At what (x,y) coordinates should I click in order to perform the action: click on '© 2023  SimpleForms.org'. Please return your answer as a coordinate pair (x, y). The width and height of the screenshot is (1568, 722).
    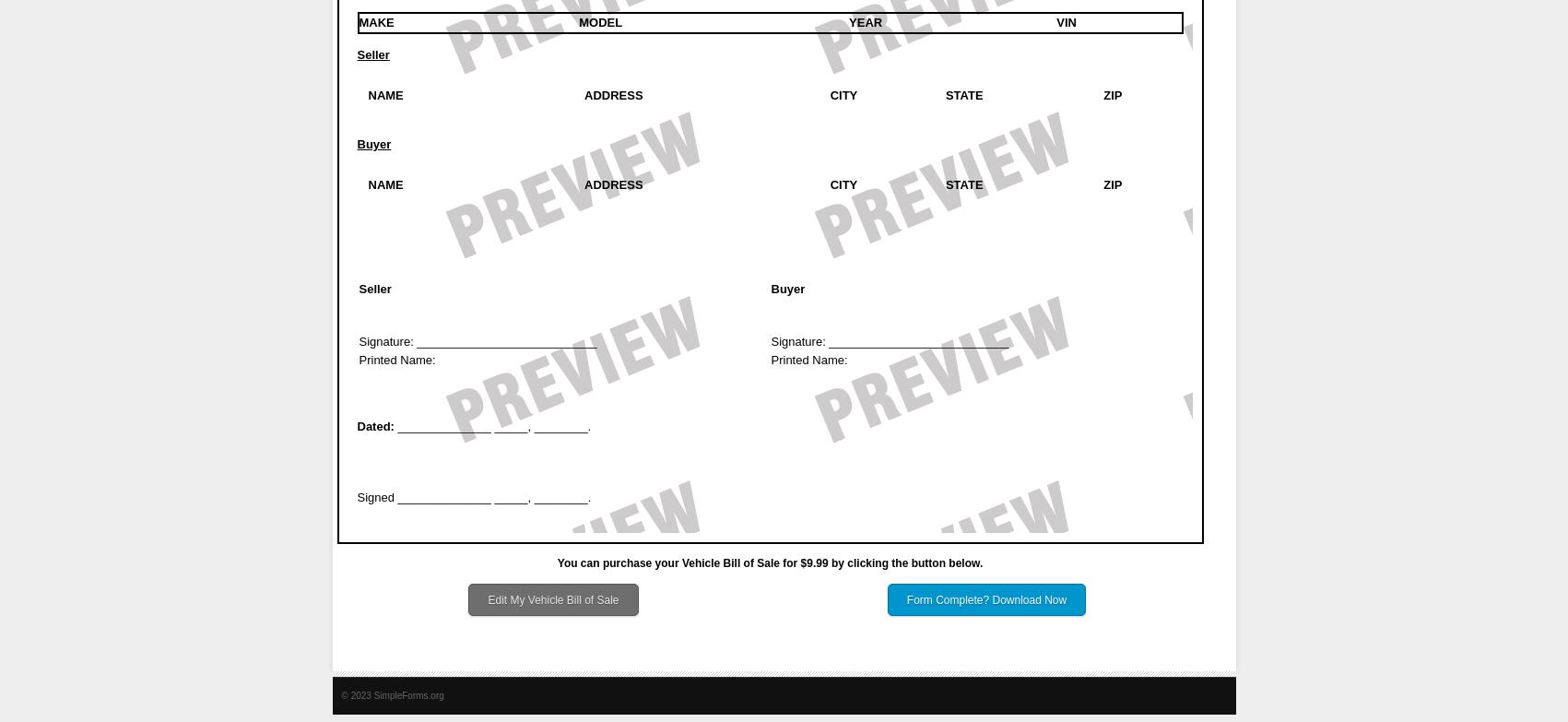
    Looking at the image, I should click on (391, 694).